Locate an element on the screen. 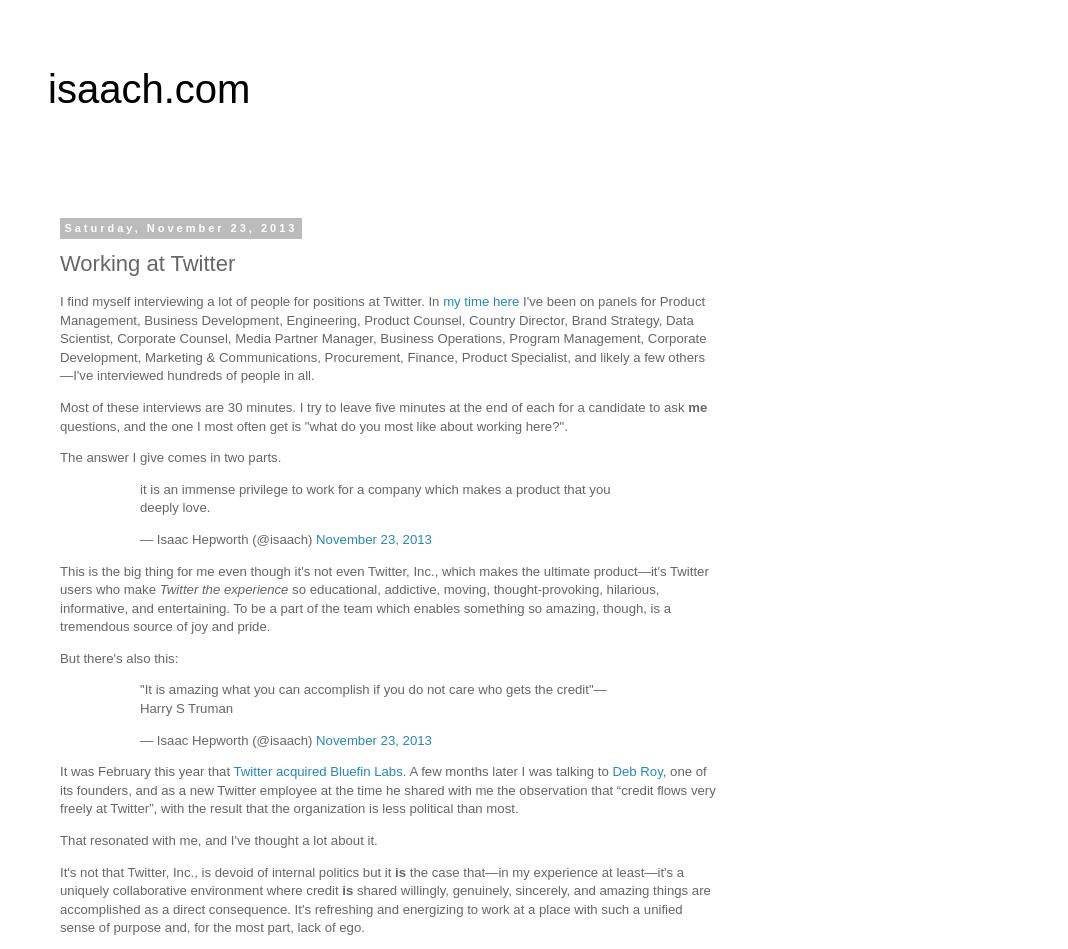 This screenshot has height=949, width=1068. '"It is amazing what you can accomplish if you do not care who gets the credit"—Harry S Truman' is located at coordinates (372, 698).